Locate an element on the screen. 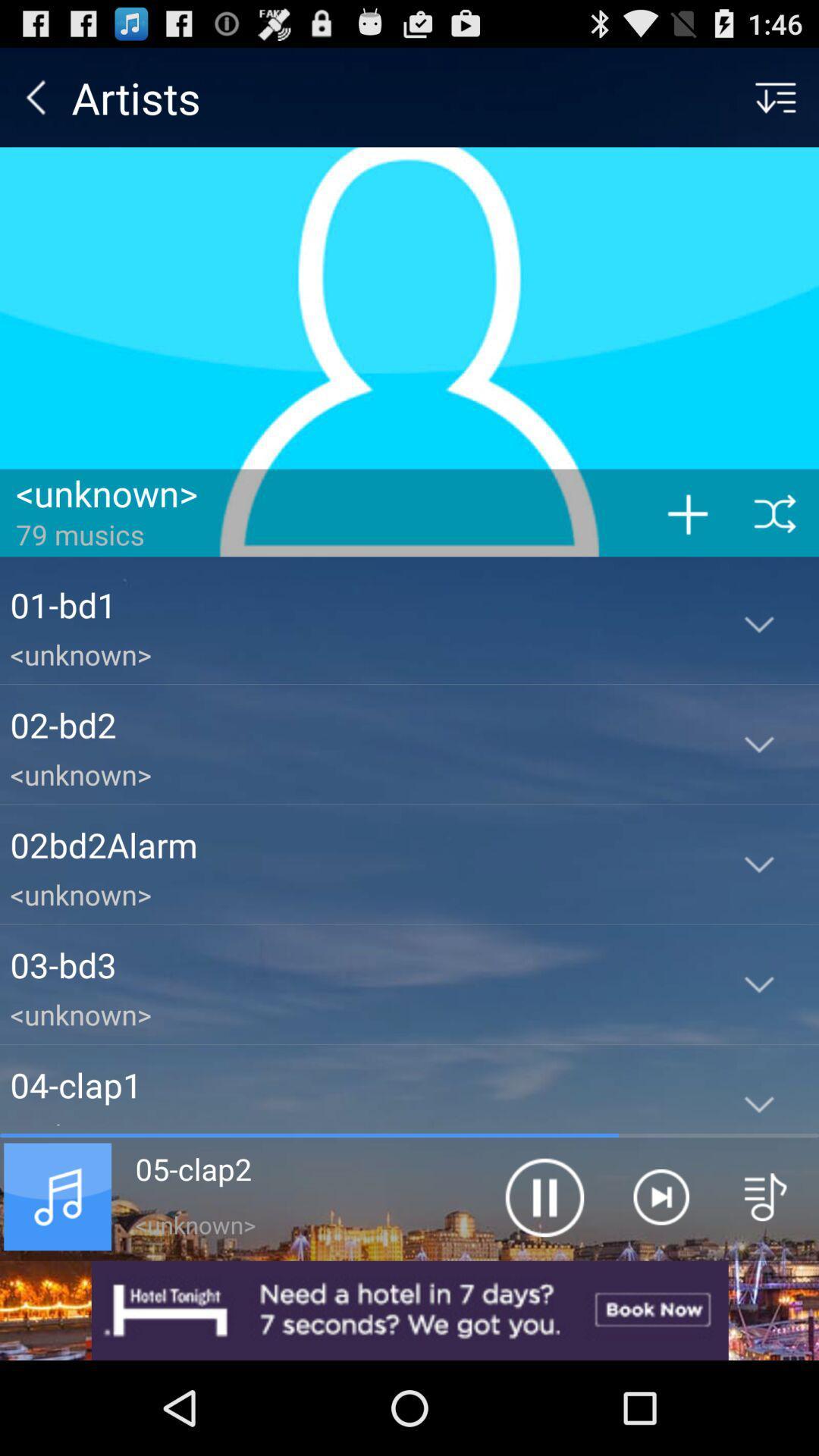 The height and width of the screenshot is (1456, 819). the icon above the <unknown> item is located at coordinates (354, 604).